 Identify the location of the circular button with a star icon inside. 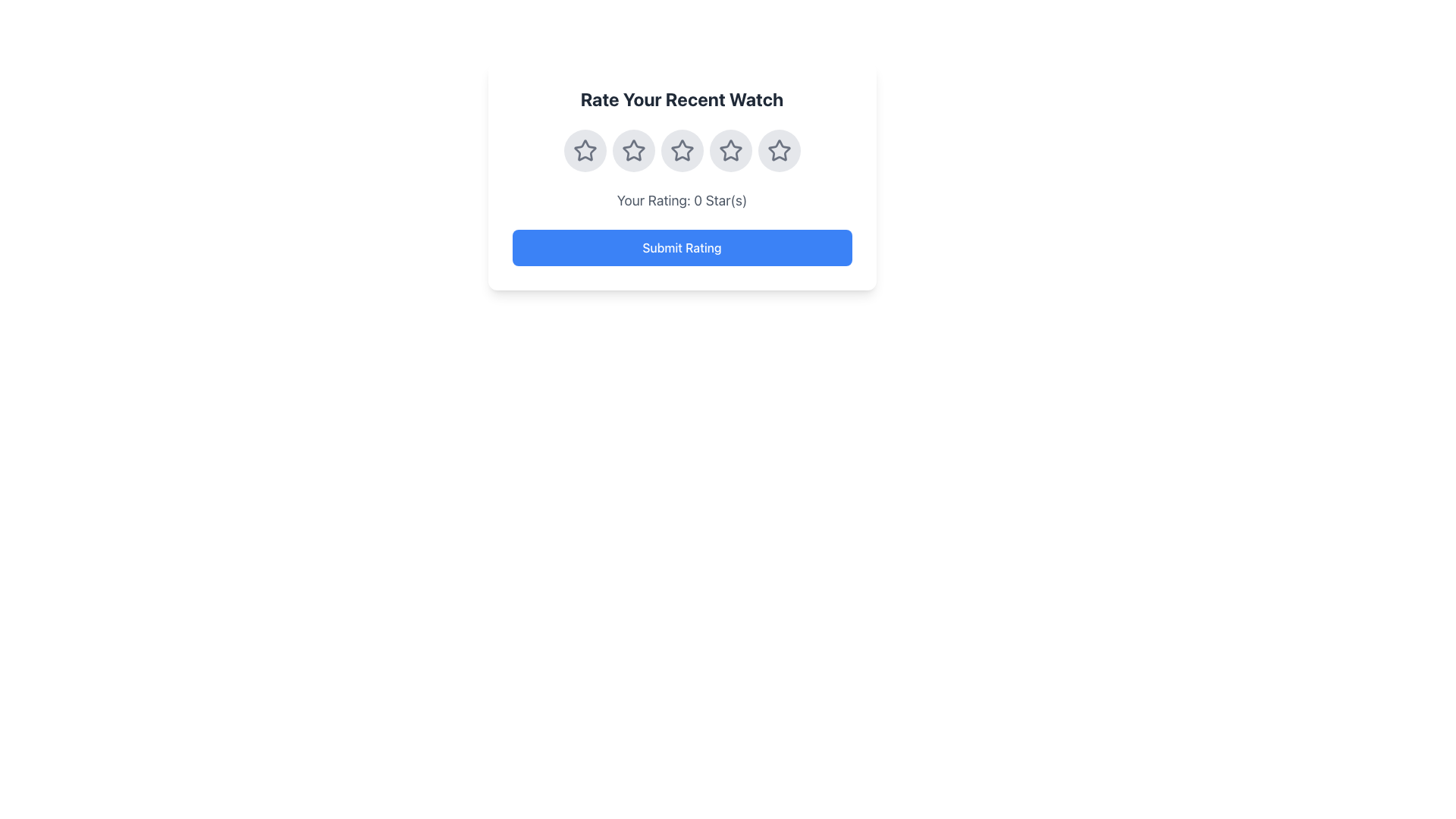
(730, 151).